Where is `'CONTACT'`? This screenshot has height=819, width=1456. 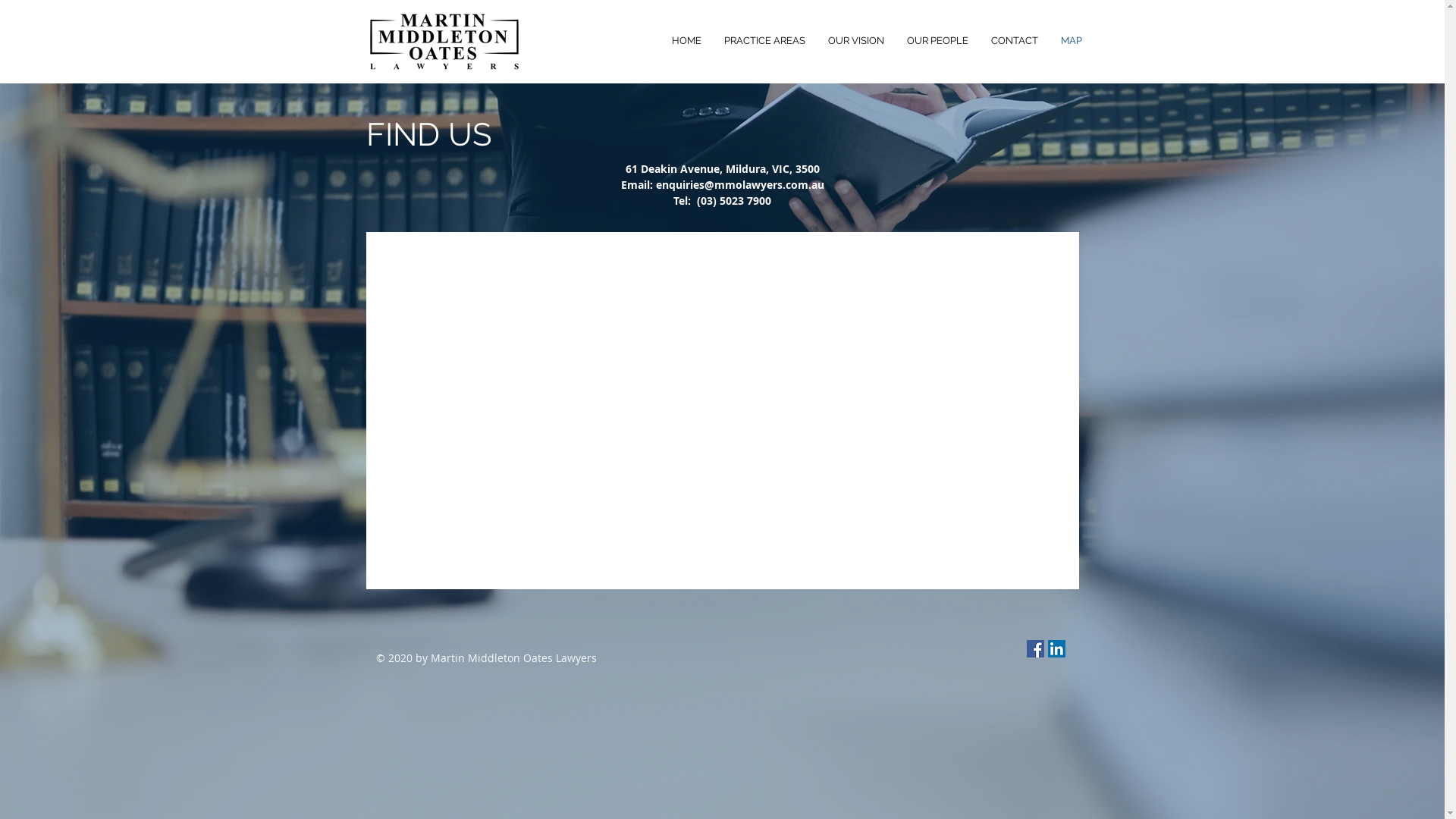 'CONTACT' is located at coordinates (1015, 40).